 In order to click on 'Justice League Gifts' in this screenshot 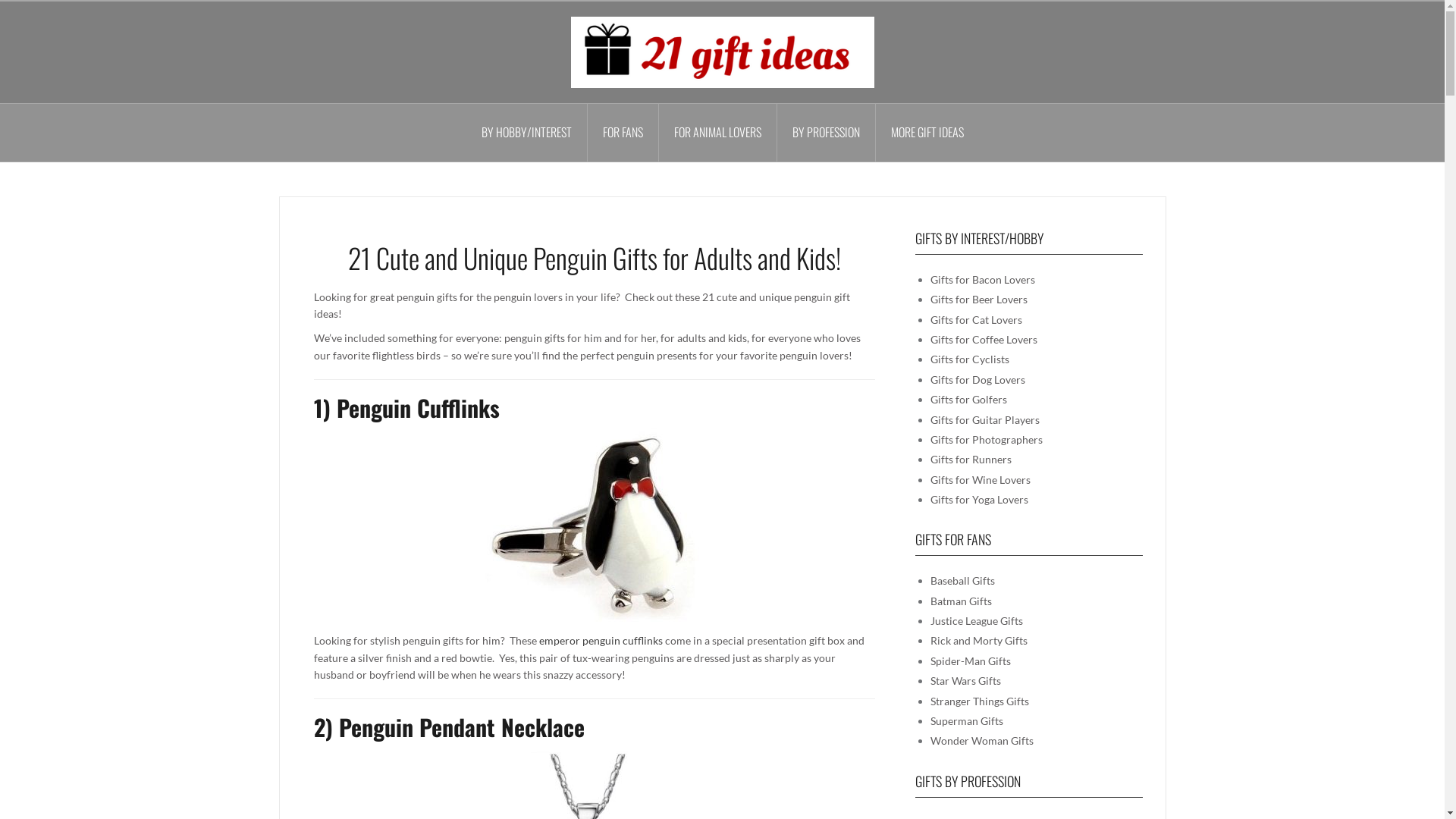, I will do `click(928, 620)`.